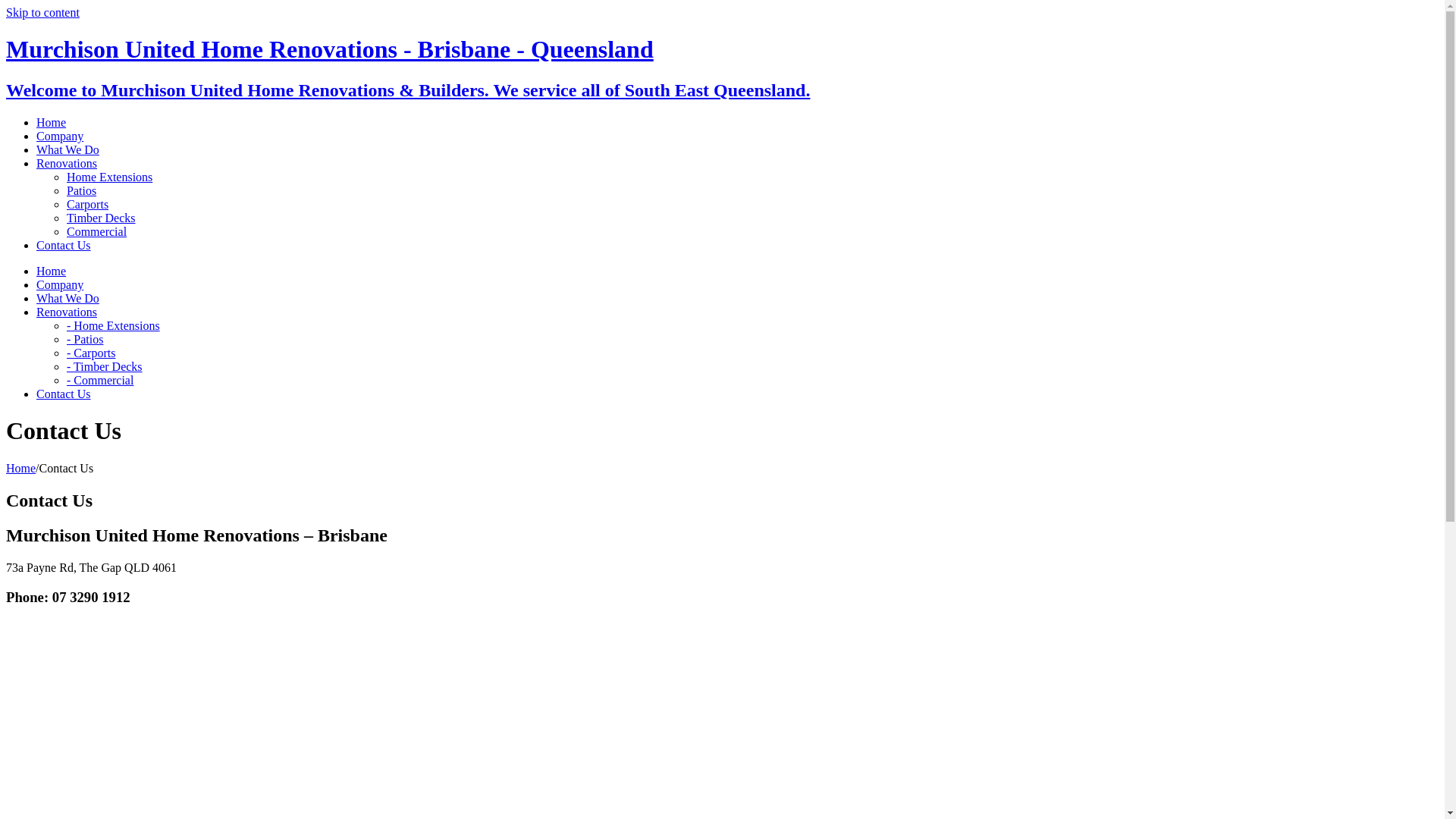 Image resolution: width=1456 pixels, height=819 pixels. I want to click on '- Patios', so click(83, 338).